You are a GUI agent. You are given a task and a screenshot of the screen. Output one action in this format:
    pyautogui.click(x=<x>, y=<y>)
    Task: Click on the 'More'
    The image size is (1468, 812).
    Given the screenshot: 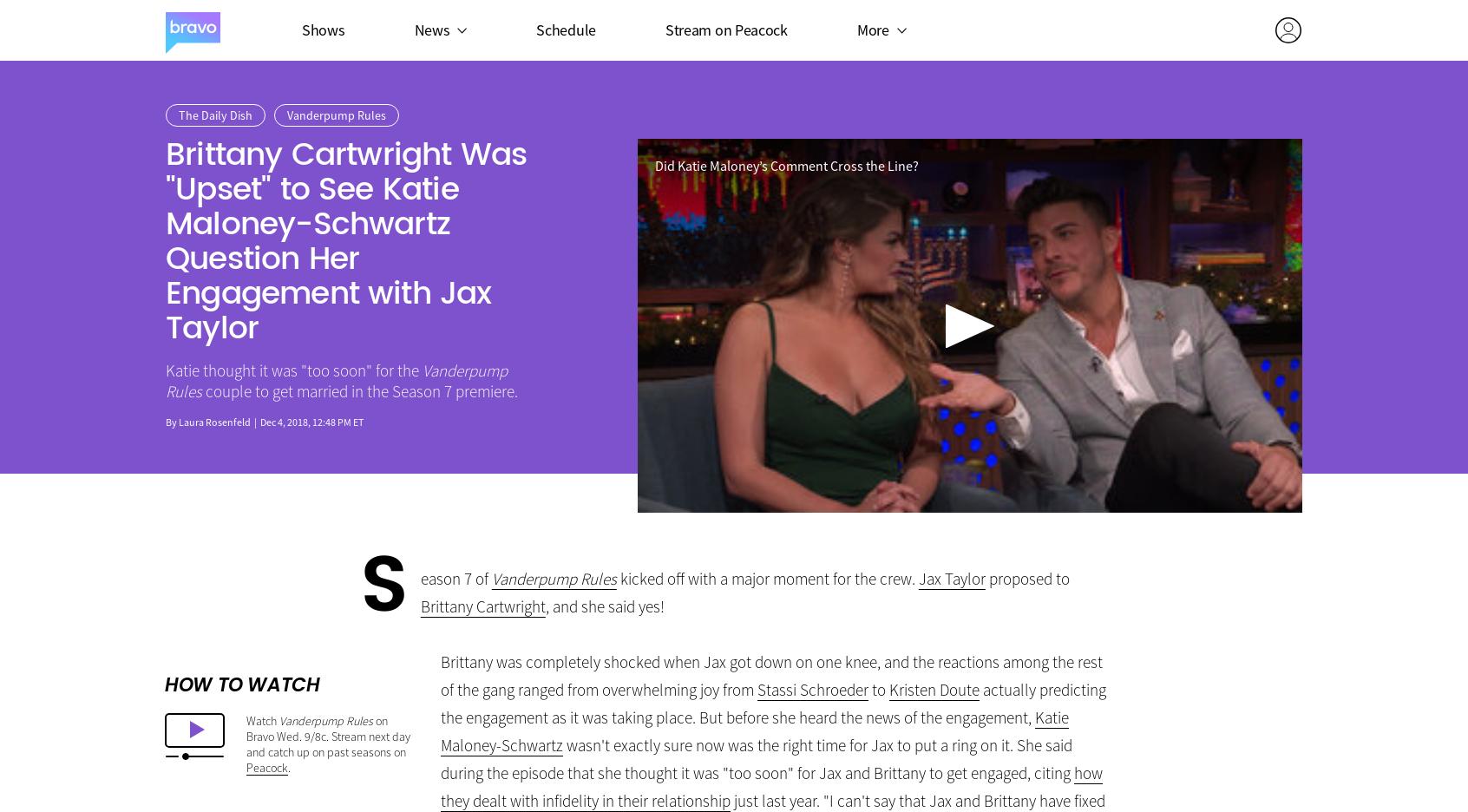 What is the action you would take?
    pyautogui.click(x=871, y=28)
    